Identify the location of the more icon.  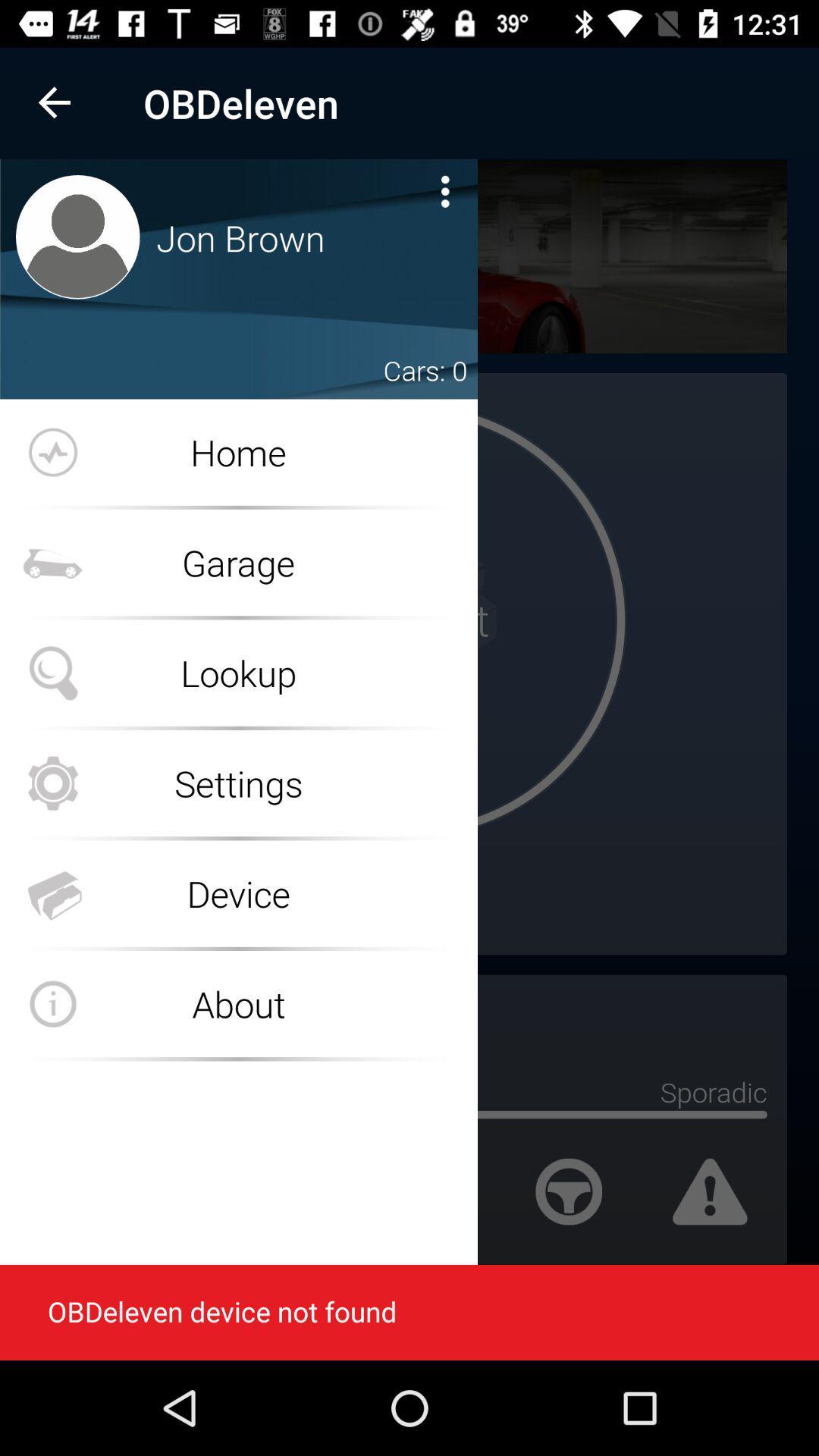
(444, 190).